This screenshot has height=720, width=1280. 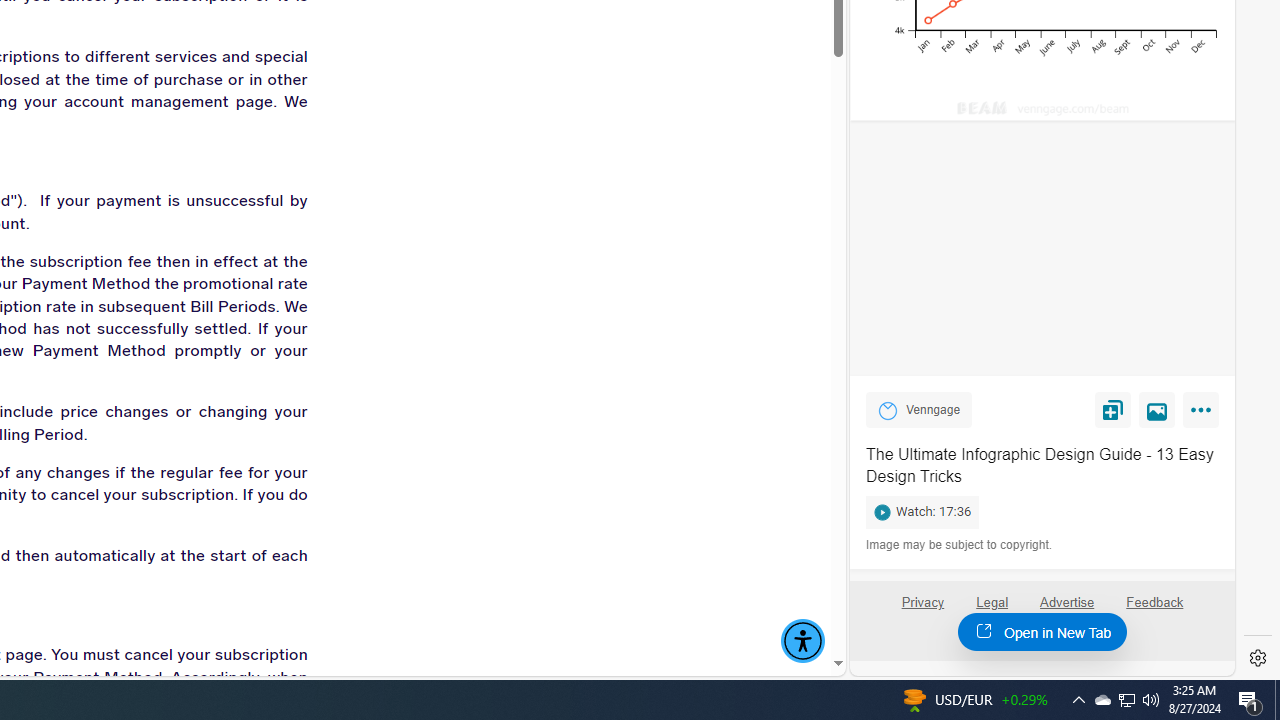 What do you see at coordinates (1041, 631) in the screenshot?
I see `'Open in New Tab'` at bounding box center [1041, 631].